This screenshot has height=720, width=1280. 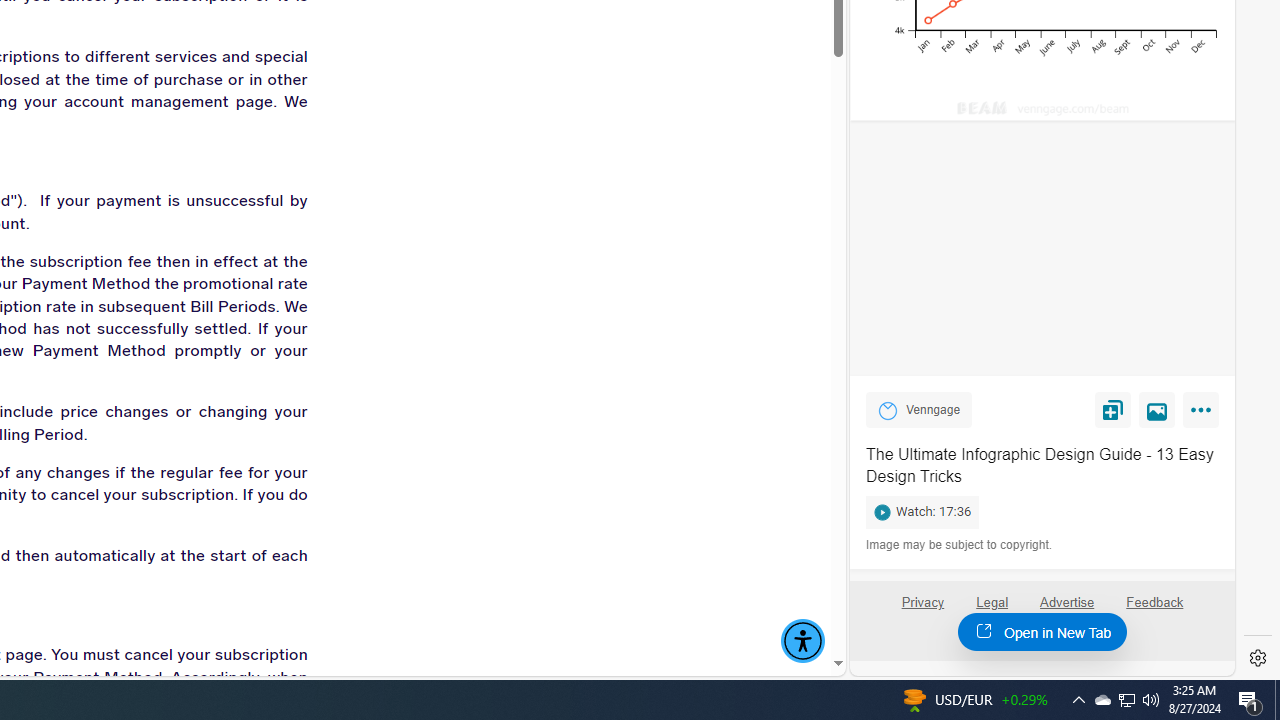 What do you see at coordinates (1041, 631) in the screenshot?
I see `'Open in New Tab'` at bounding box center [1041, 631].